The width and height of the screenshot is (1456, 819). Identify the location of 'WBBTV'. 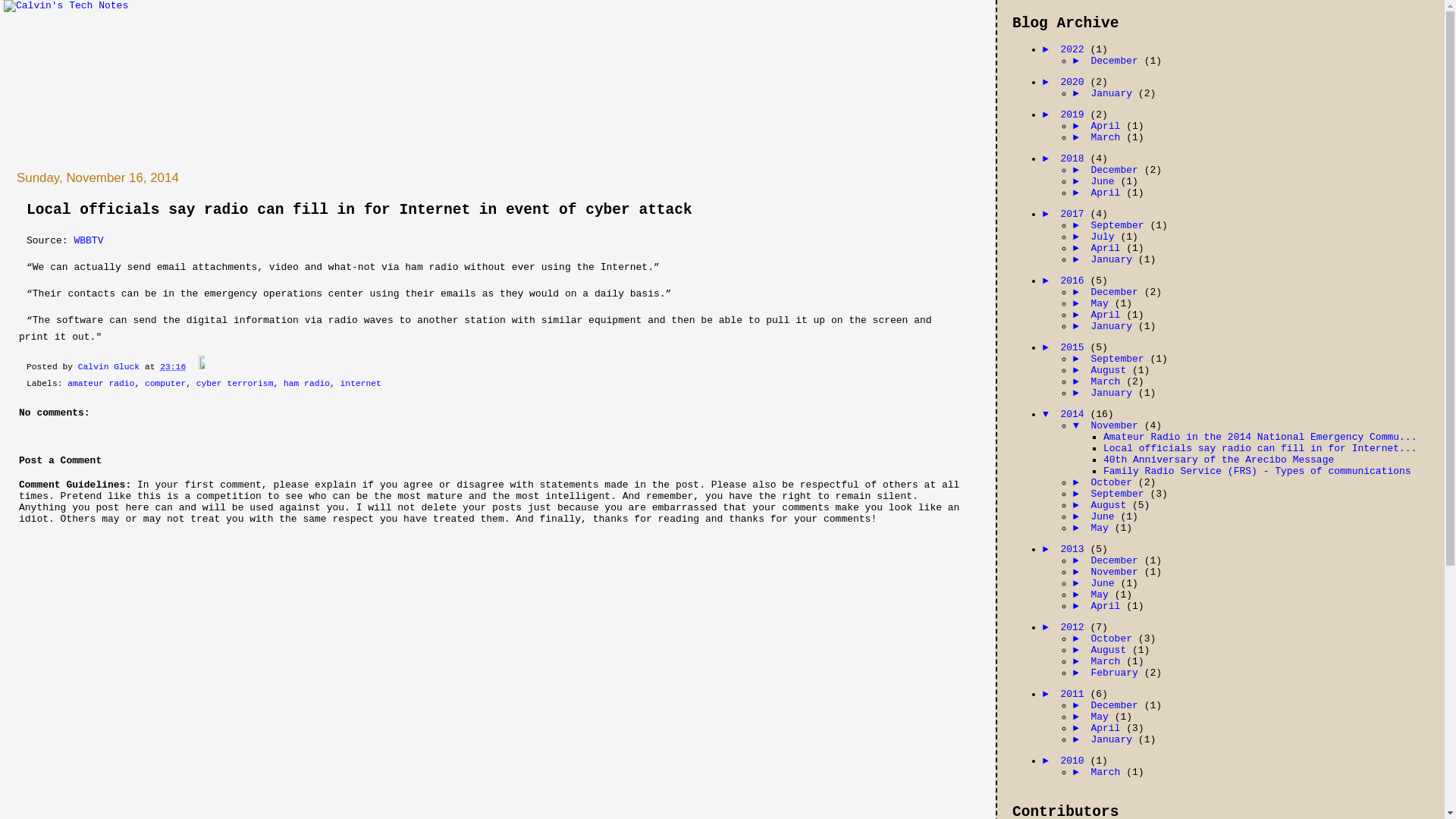
(72, 240).